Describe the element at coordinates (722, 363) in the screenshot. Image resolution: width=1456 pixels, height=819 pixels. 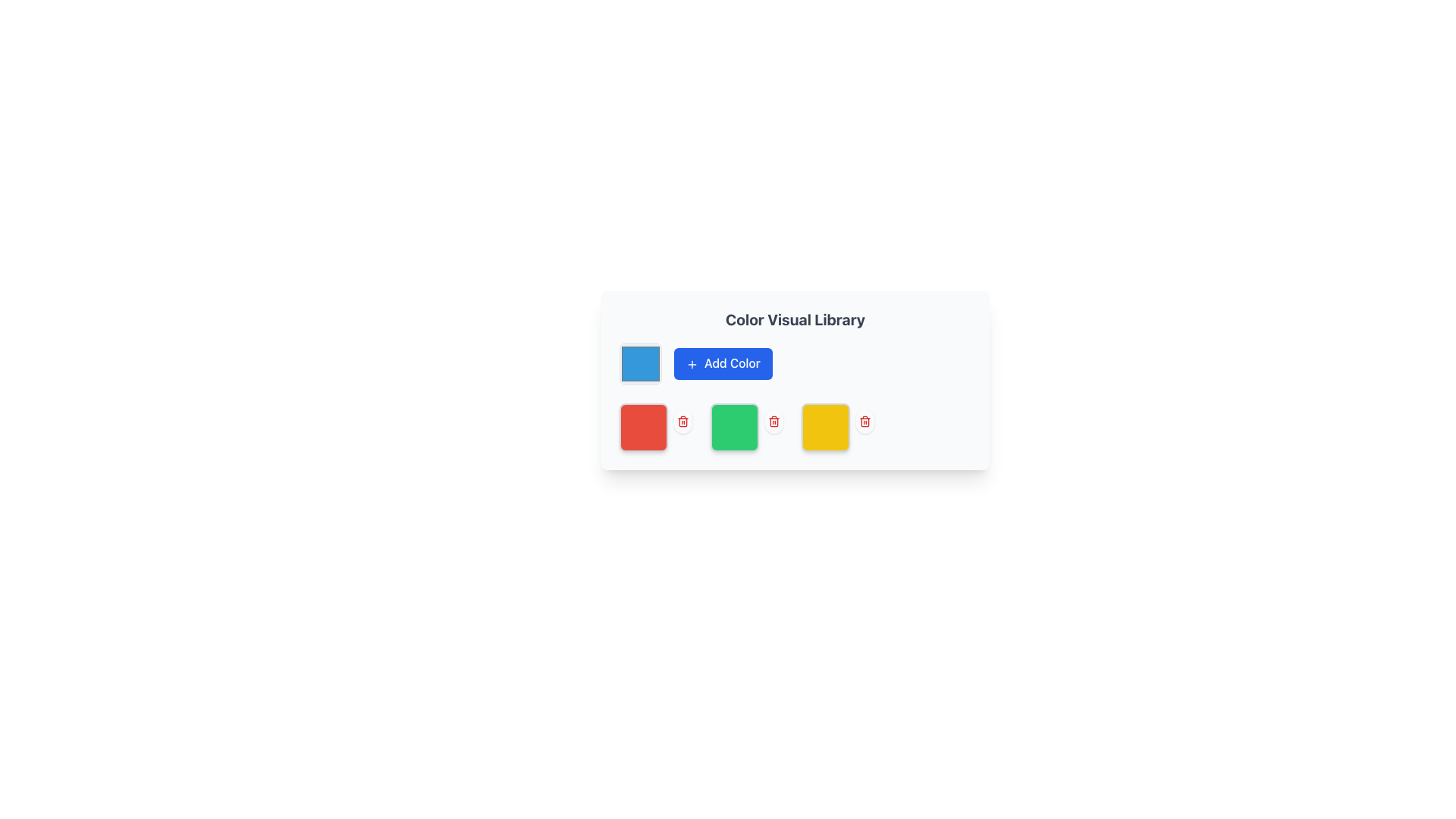
I see `the 'Add Color' button, which is a rectangular button with a blue background and white text, located on the right side of the color picker square` at that location.